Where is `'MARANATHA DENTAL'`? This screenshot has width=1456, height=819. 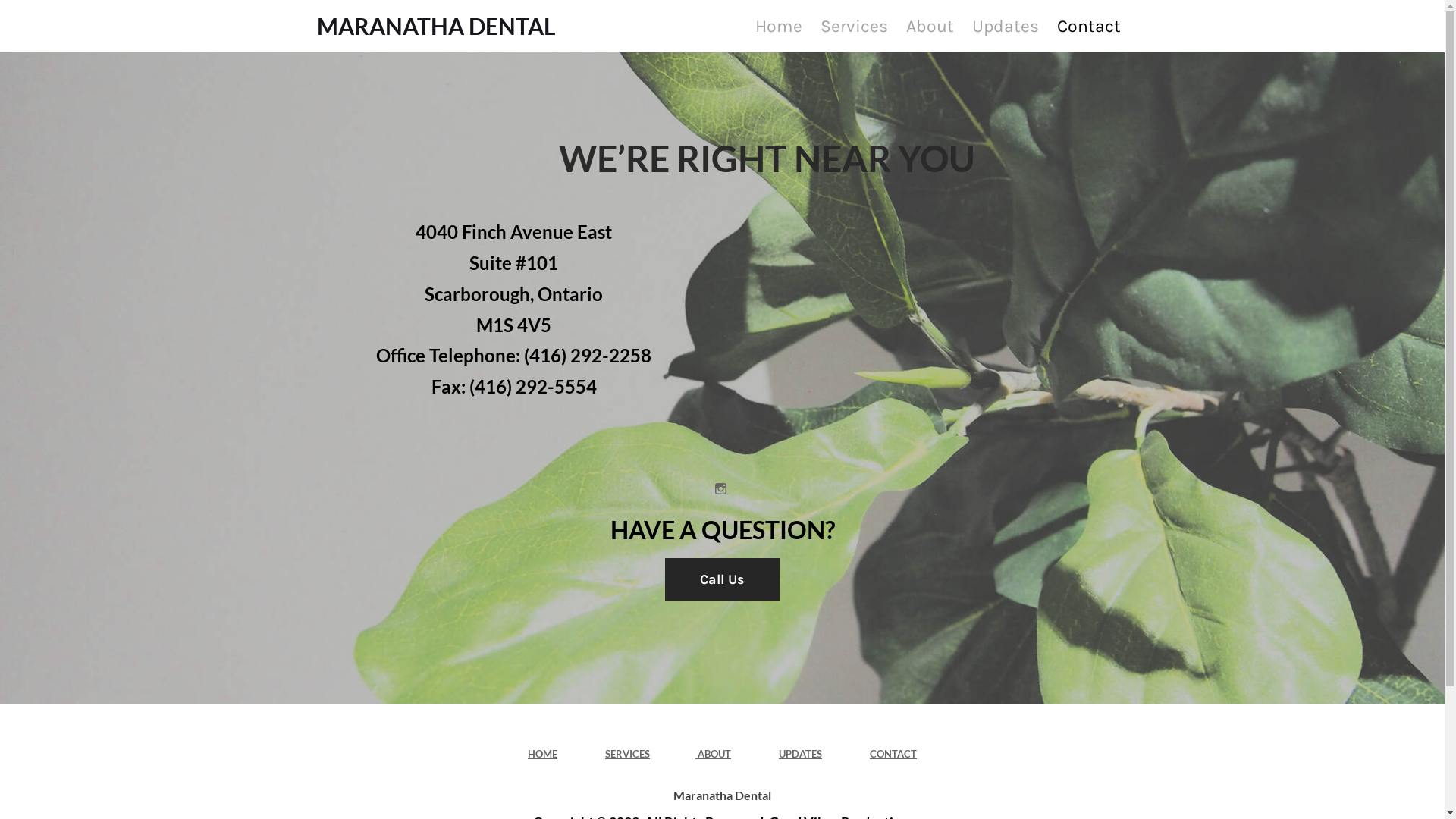
'MARANATHA DENTAL' is located at coordinates (435, 26).